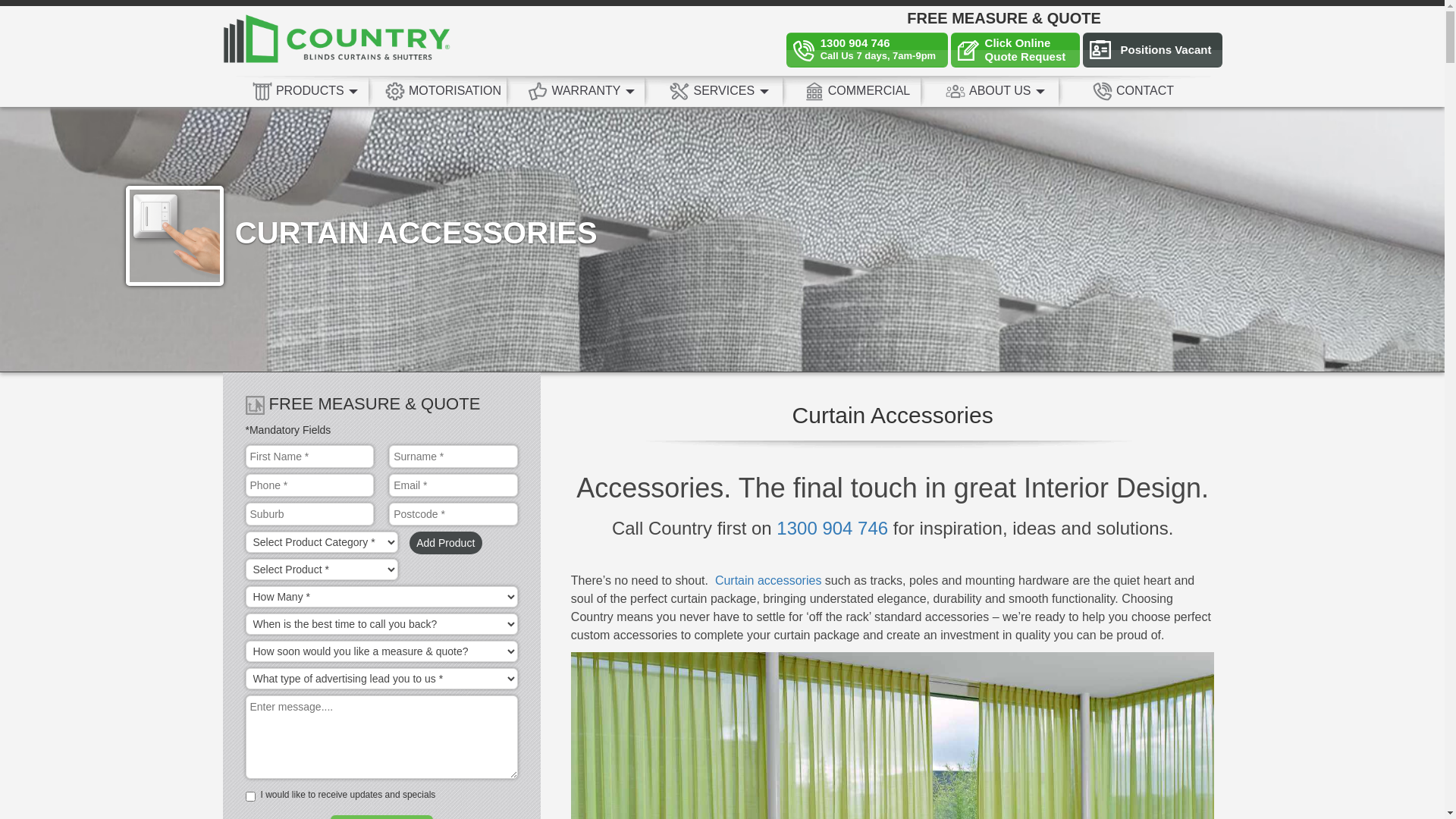 Image resolution: width=1456 pixels, height=819 pixels. What do you see at coordinates (831, 527) in the screenshot?
I see `'1300 904 746'` at bounding box center [831, 527].